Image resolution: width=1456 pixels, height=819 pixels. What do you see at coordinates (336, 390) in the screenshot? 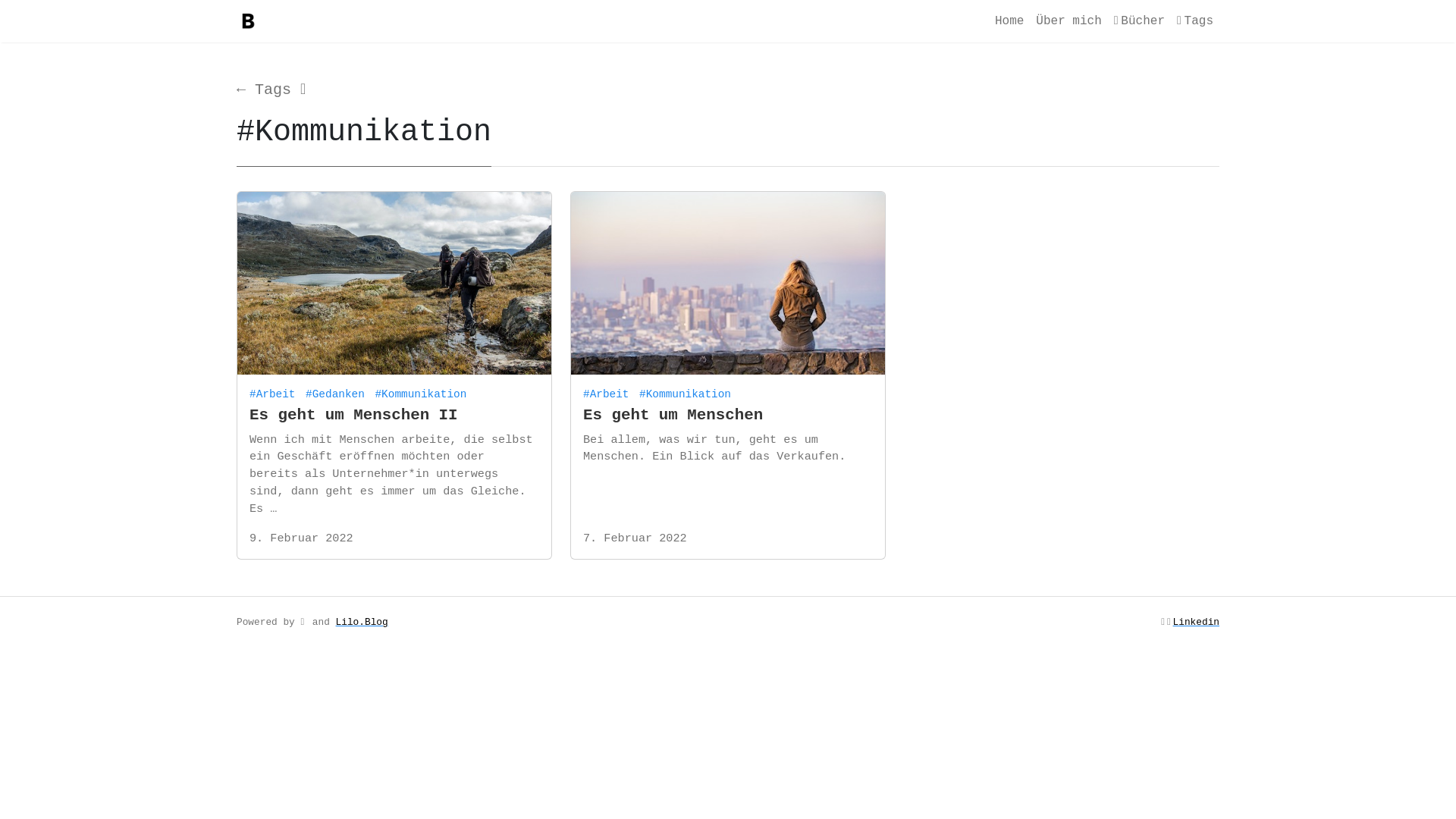
I see `'#Gedanken'` at bounding box center [336, 390].